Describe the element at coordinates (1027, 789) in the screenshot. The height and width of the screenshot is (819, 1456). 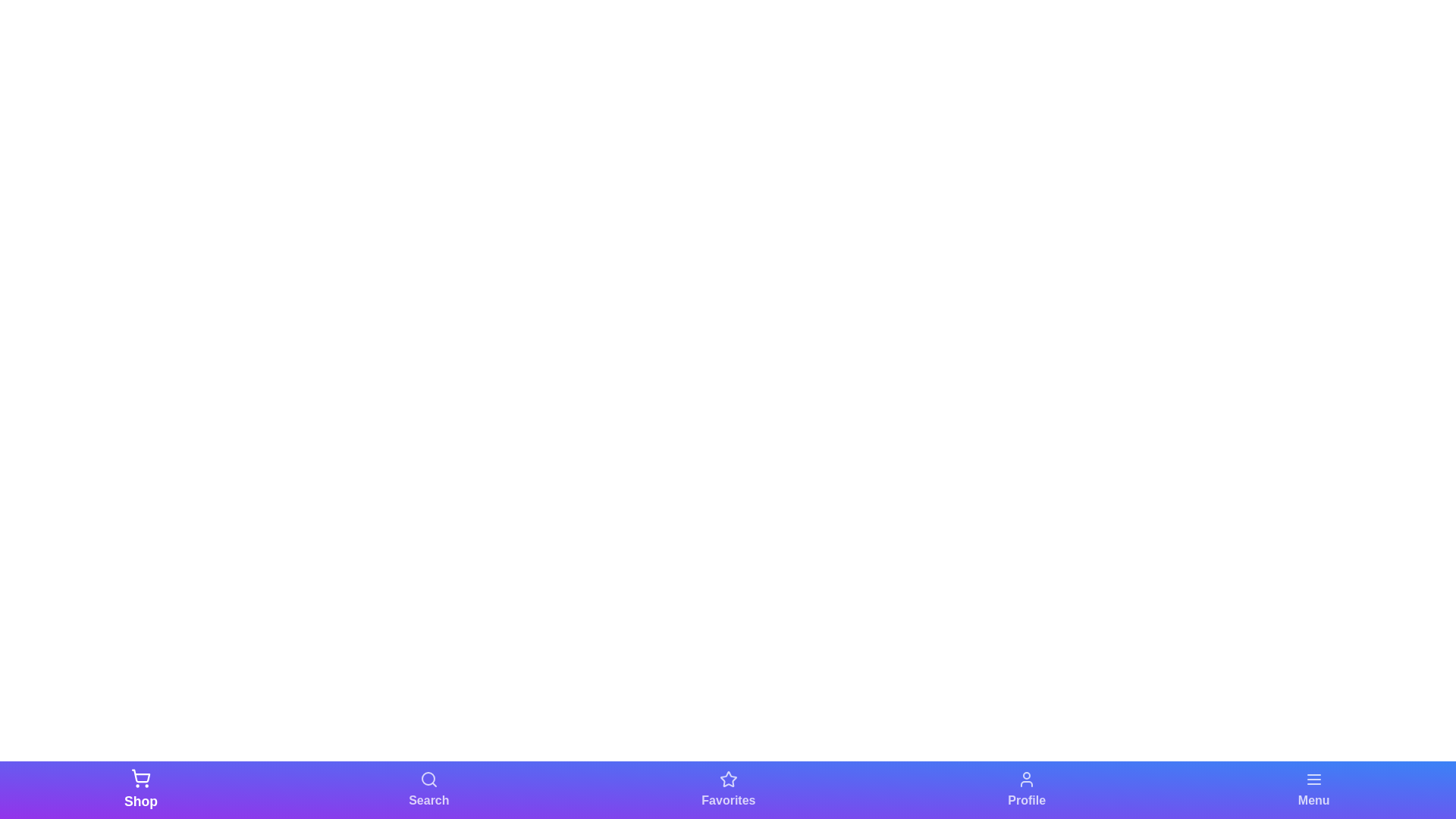
I see `the navigation bar icon corresponding to Profile` at that location.